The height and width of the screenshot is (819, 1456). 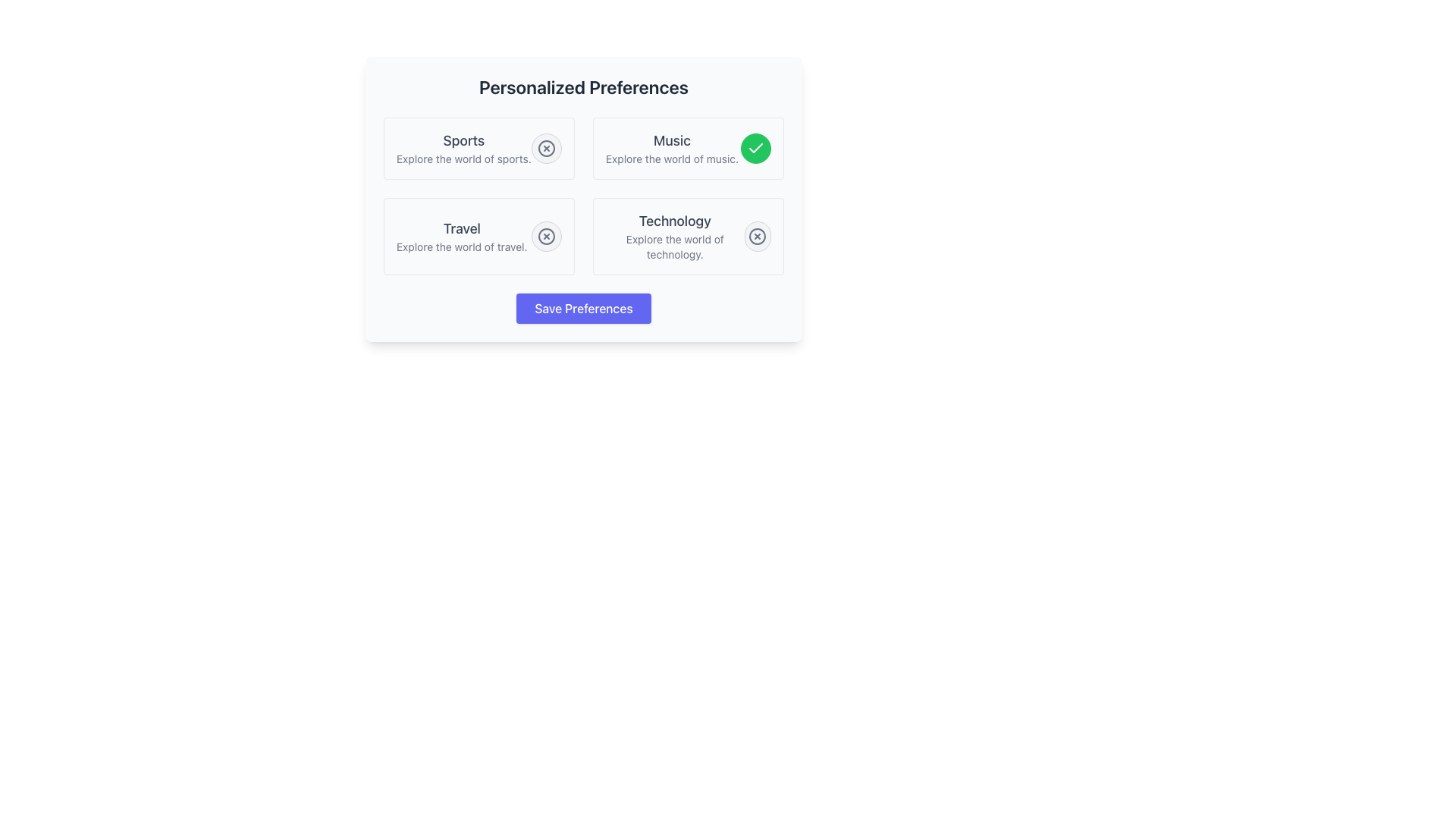 I want to click on the circle element within the SVG that is part of the 'Technology' segment for deselecting or removing an option, so click(x=758, y=237).